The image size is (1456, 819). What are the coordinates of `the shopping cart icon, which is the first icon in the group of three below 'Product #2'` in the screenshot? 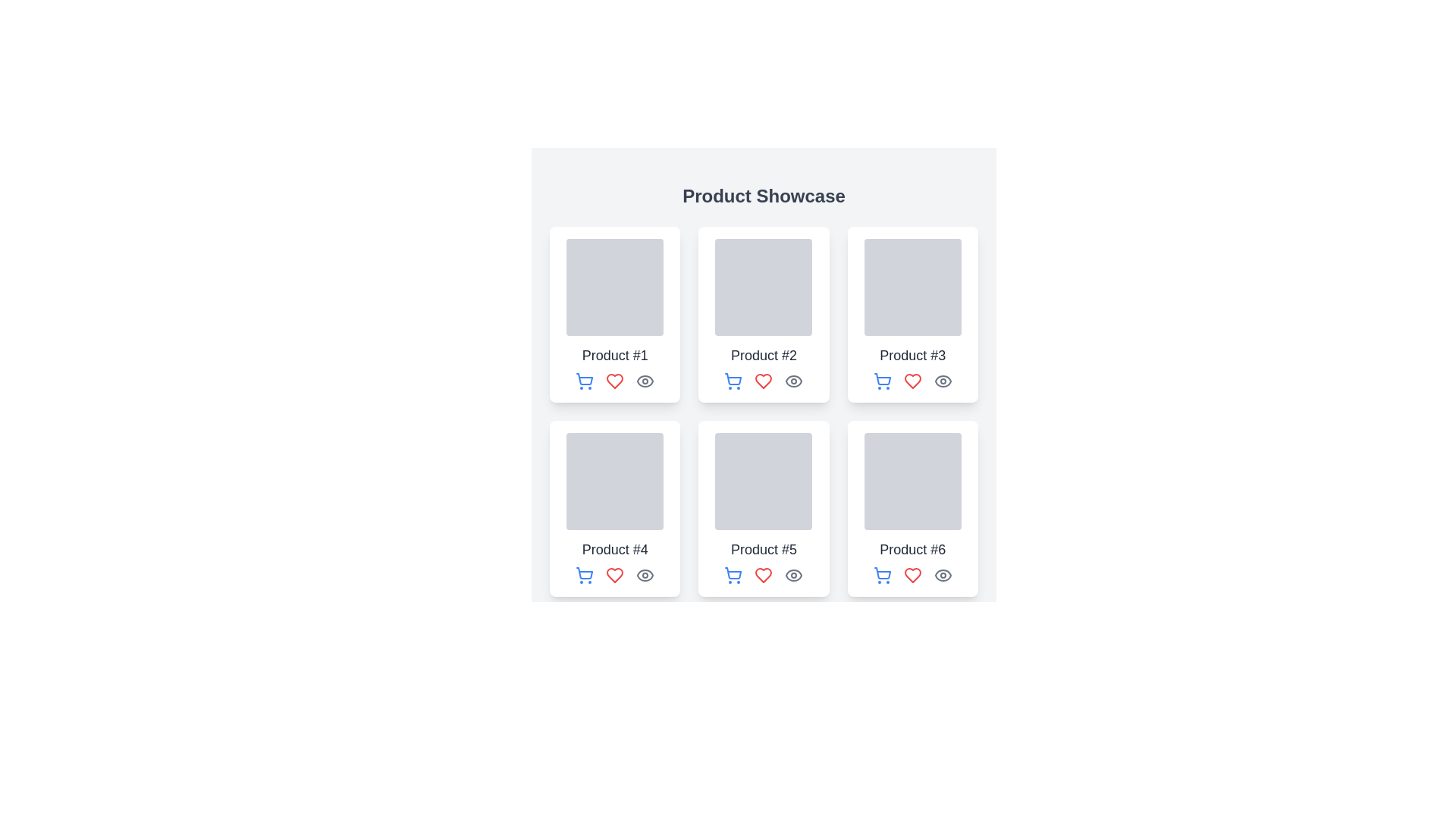 It's located at (733, 380).